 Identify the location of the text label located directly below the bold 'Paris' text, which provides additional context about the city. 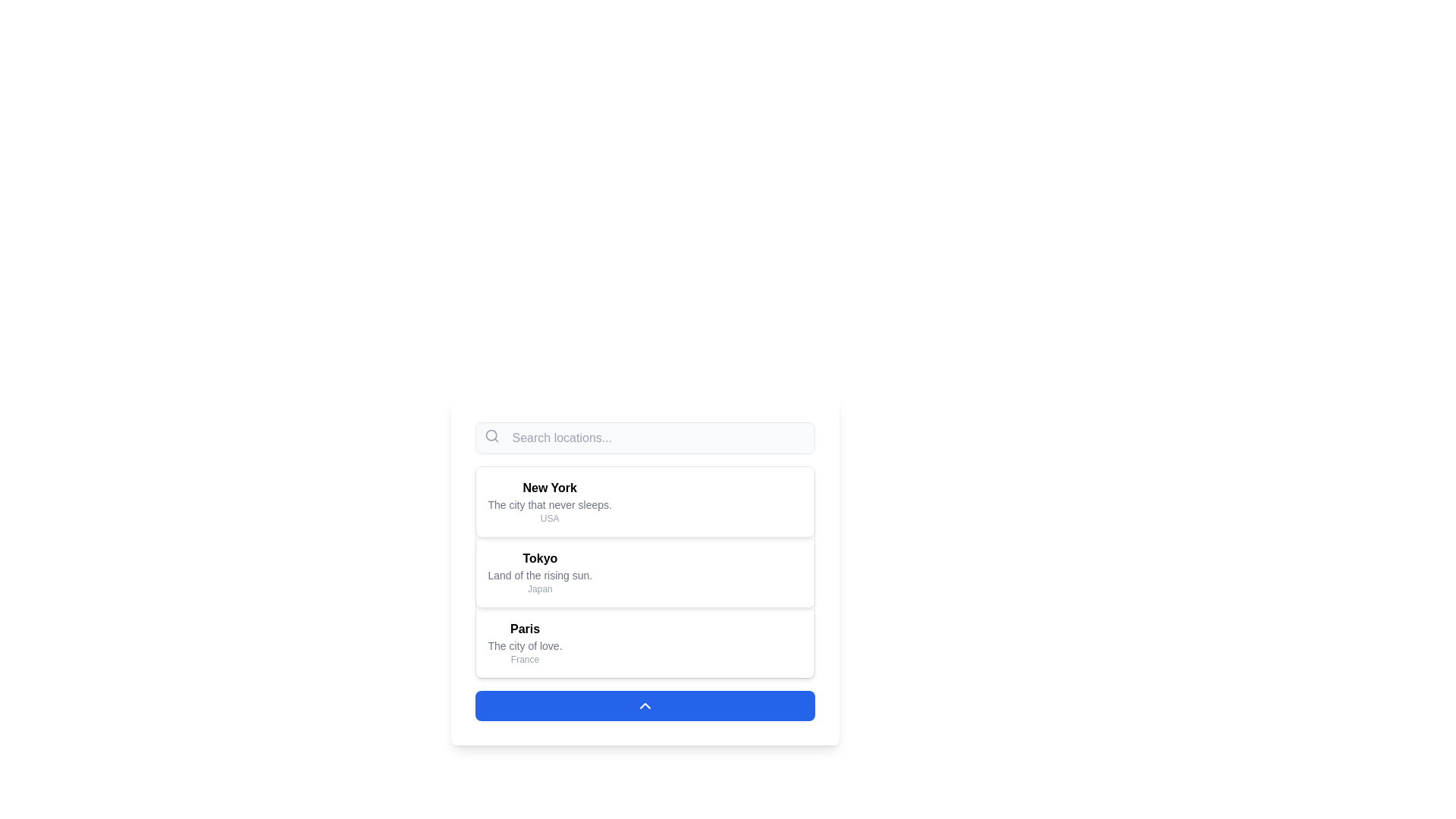
(525, 646).